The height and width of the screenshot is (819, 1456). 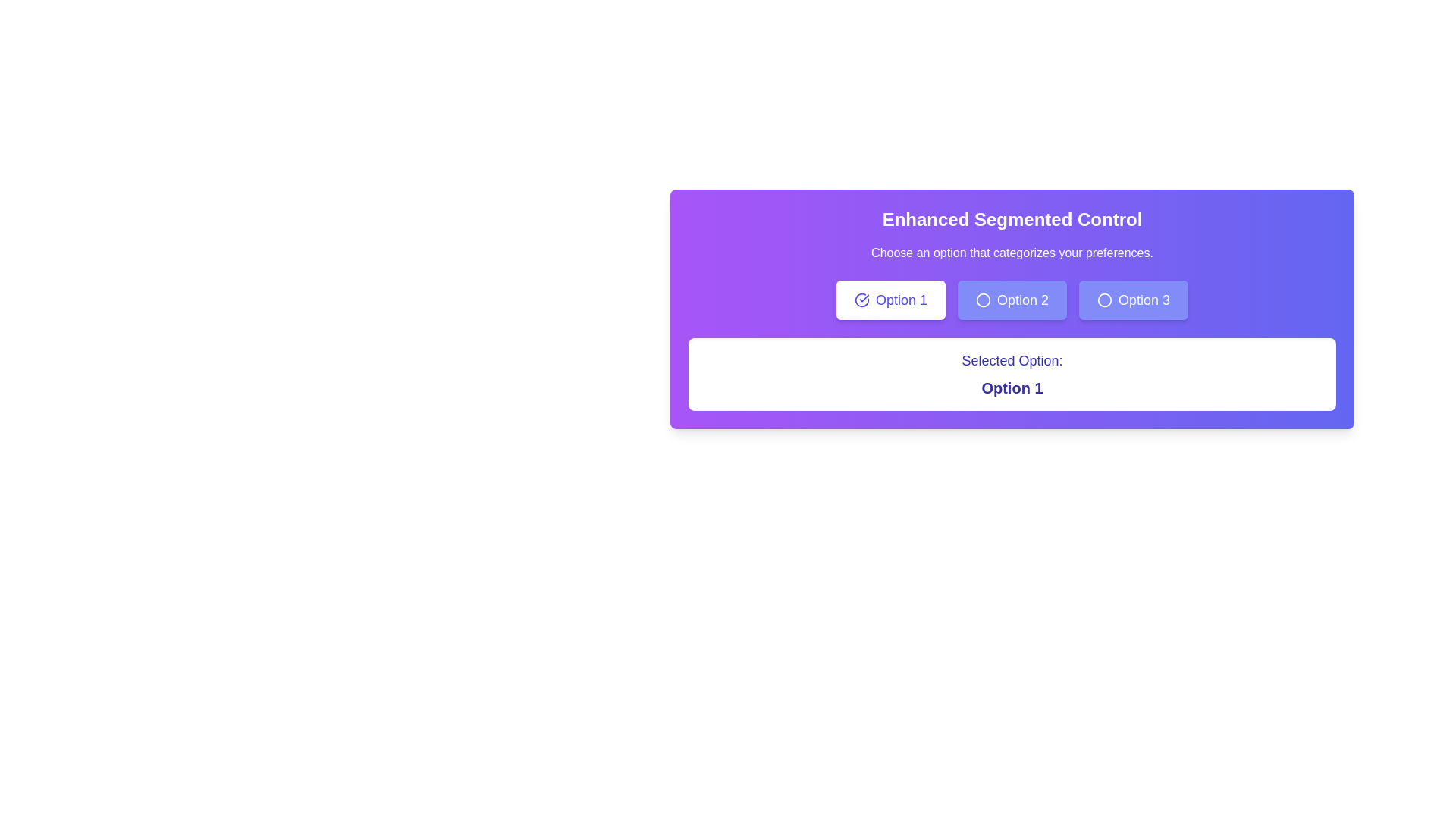 I want to click on the 'Option 2' button within the segmented control component, so click(x=1012, y=300).